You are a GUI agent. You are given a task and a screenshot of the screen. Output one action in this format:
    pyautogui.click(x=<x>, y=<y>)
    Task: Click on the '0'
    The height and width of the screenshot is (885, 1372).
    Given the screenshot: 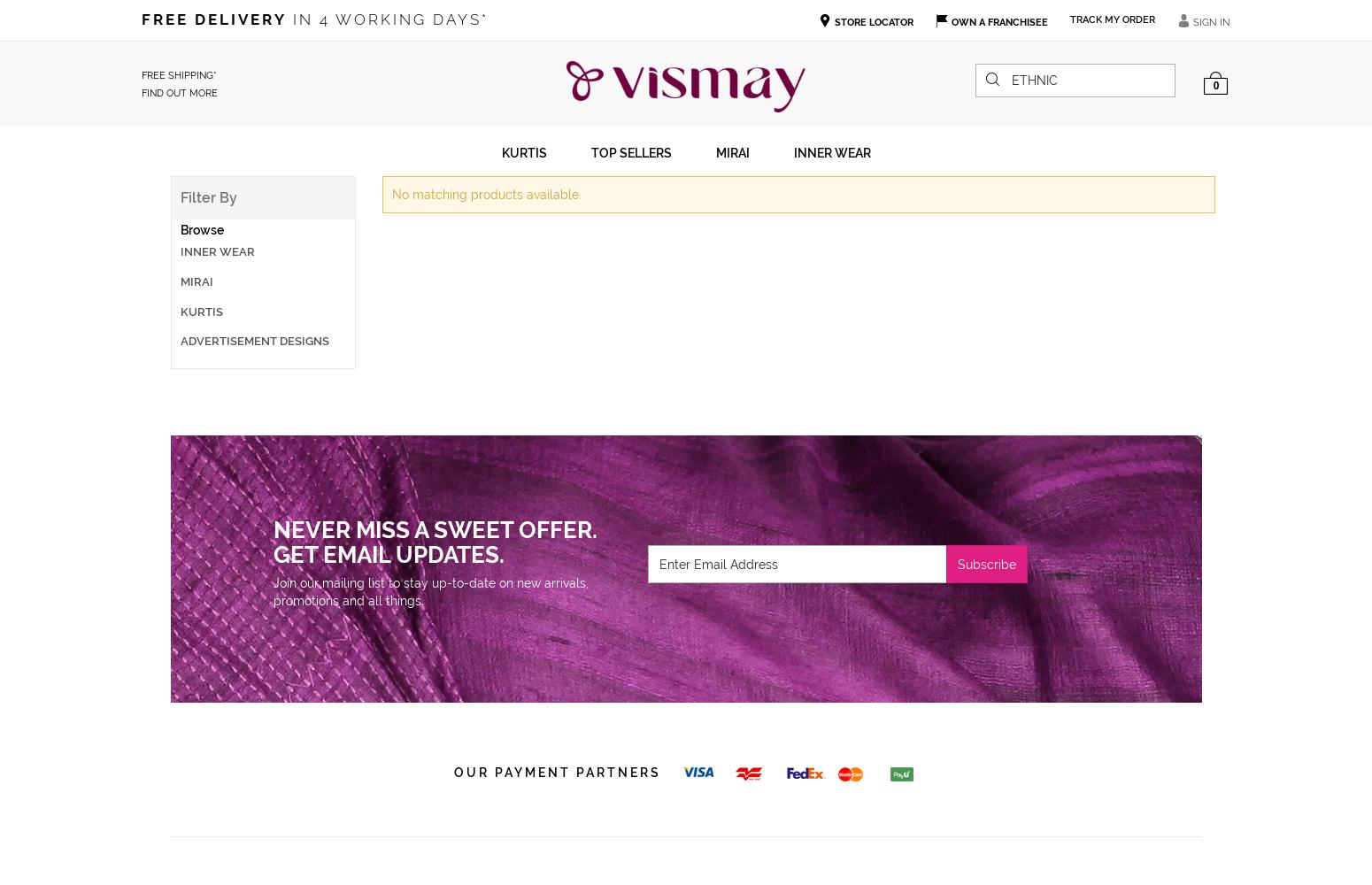 What is the action you would take?
    pyautogui.click(x=1213, y=85)
    